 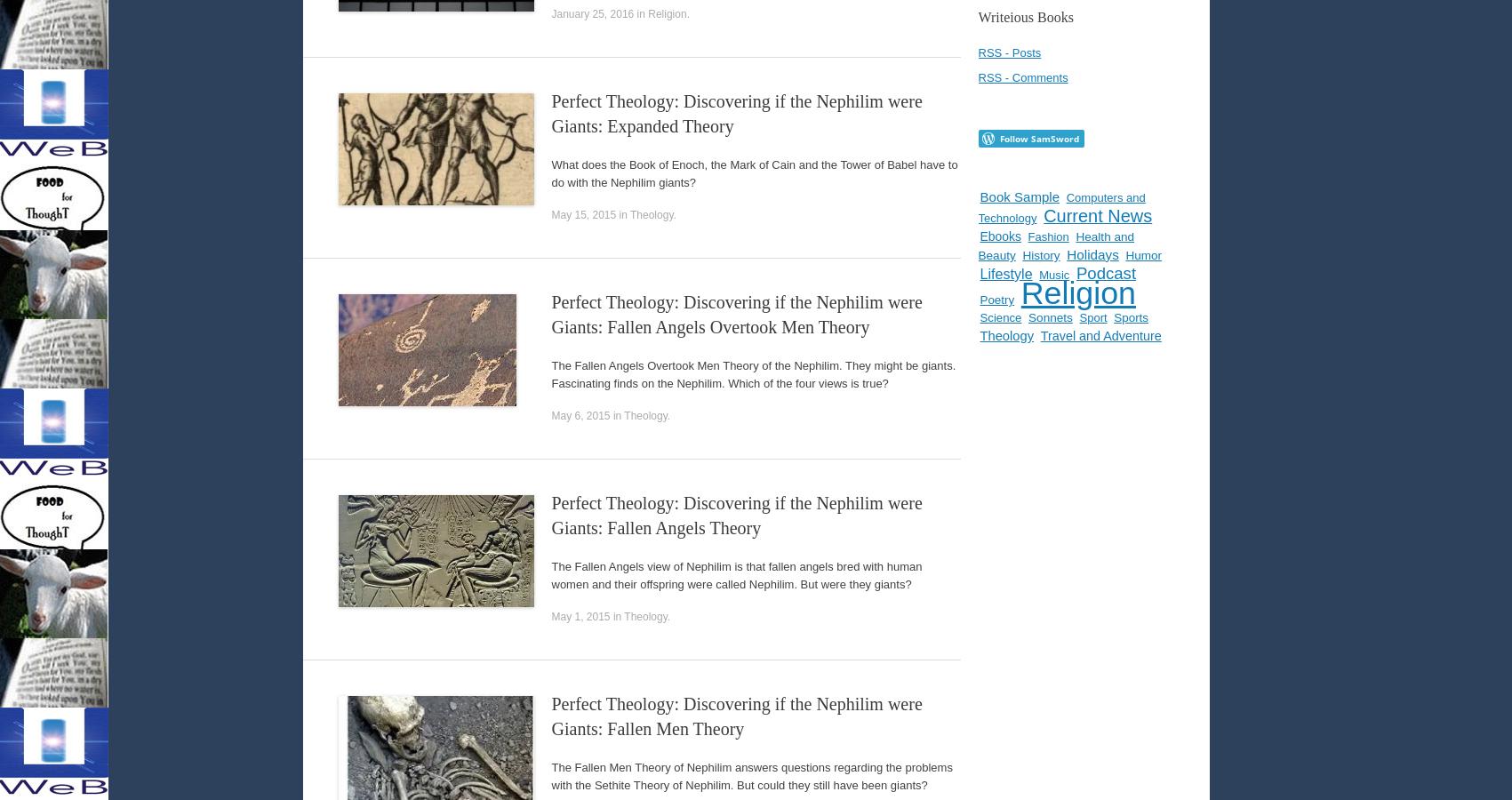 What do you see at coordinates (1049, 317) in the screenshot?
I see `'Sonnets'` at bounding box center [1049, 317].